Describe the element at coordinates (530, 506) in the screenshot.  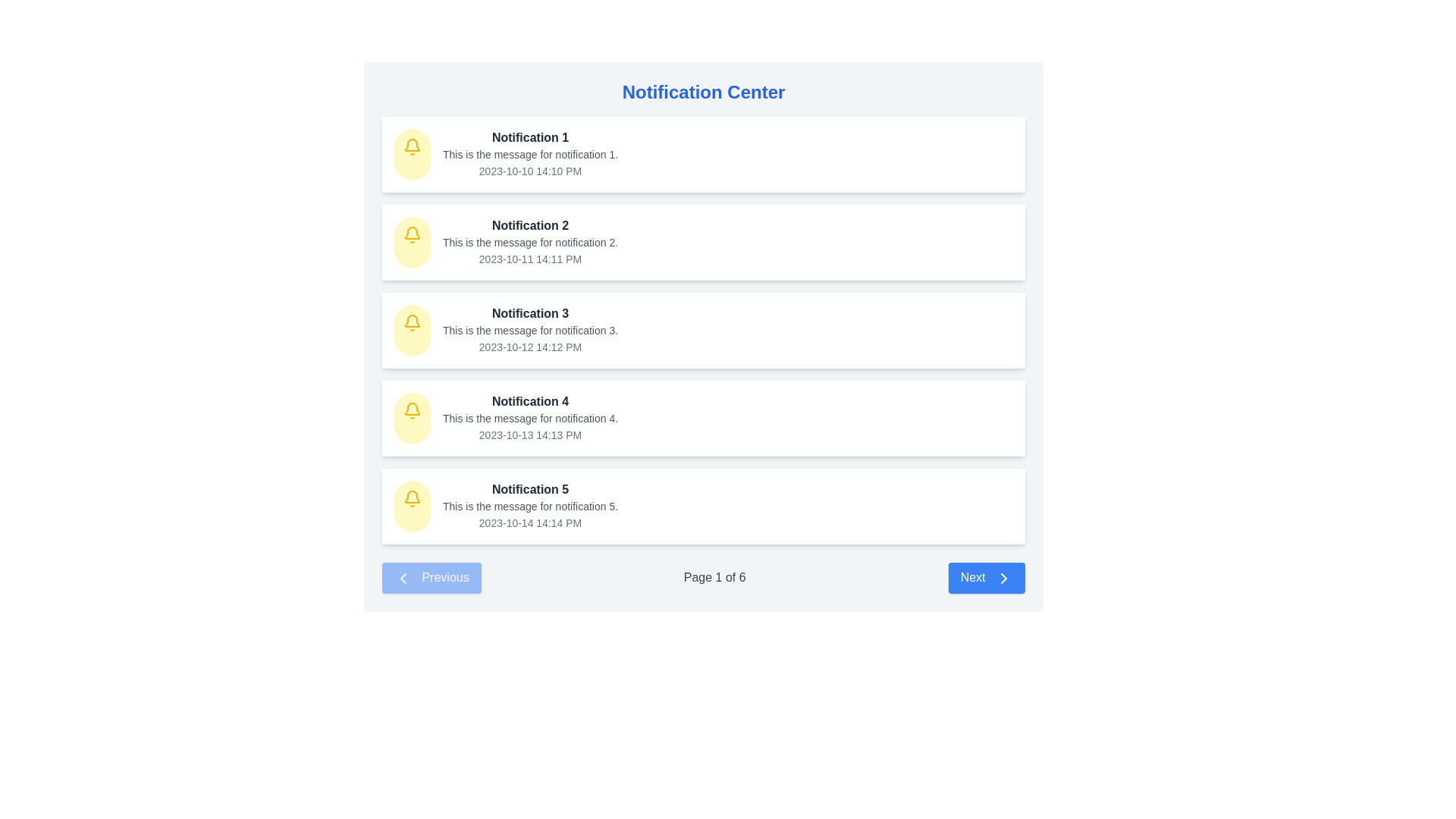
I see `the fifth notification card in the list, which displays details about a specific notification including its title and description` at that location.